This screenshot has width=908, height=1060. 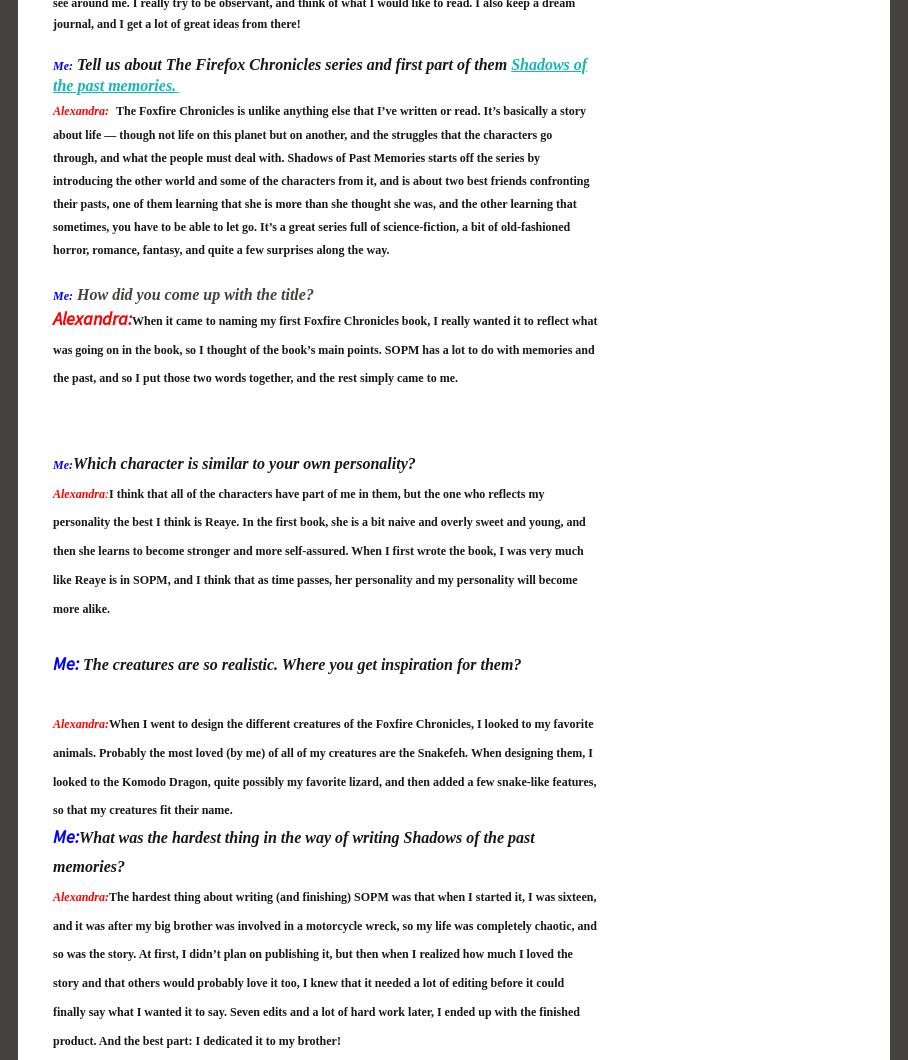 I want to click on ':', so click(x=103, y=492).